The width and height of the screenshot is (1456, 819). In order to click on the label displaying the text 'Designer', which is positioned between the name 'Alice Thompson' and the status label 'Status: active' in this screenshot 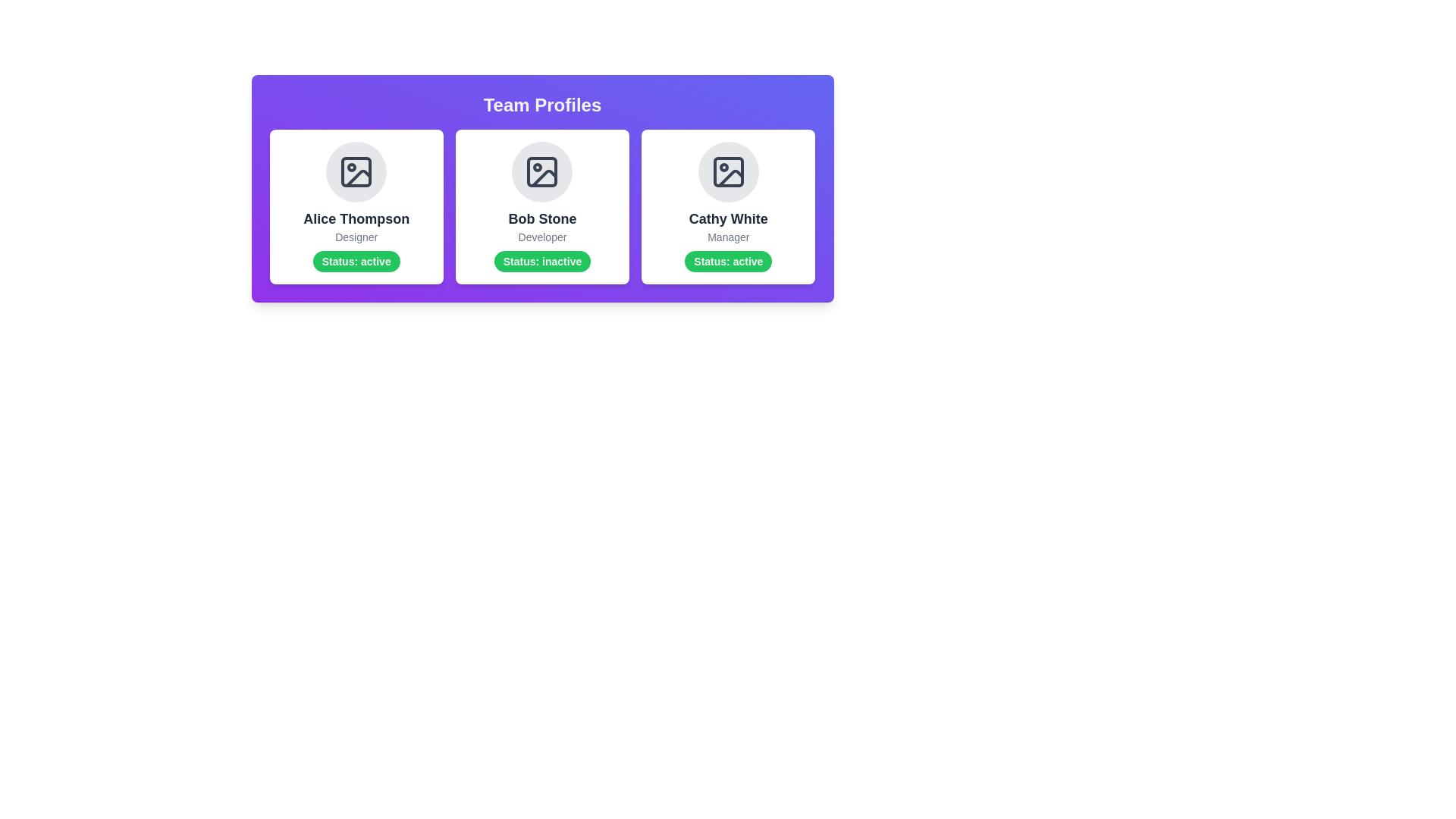, I will do `click(356, 237)`.